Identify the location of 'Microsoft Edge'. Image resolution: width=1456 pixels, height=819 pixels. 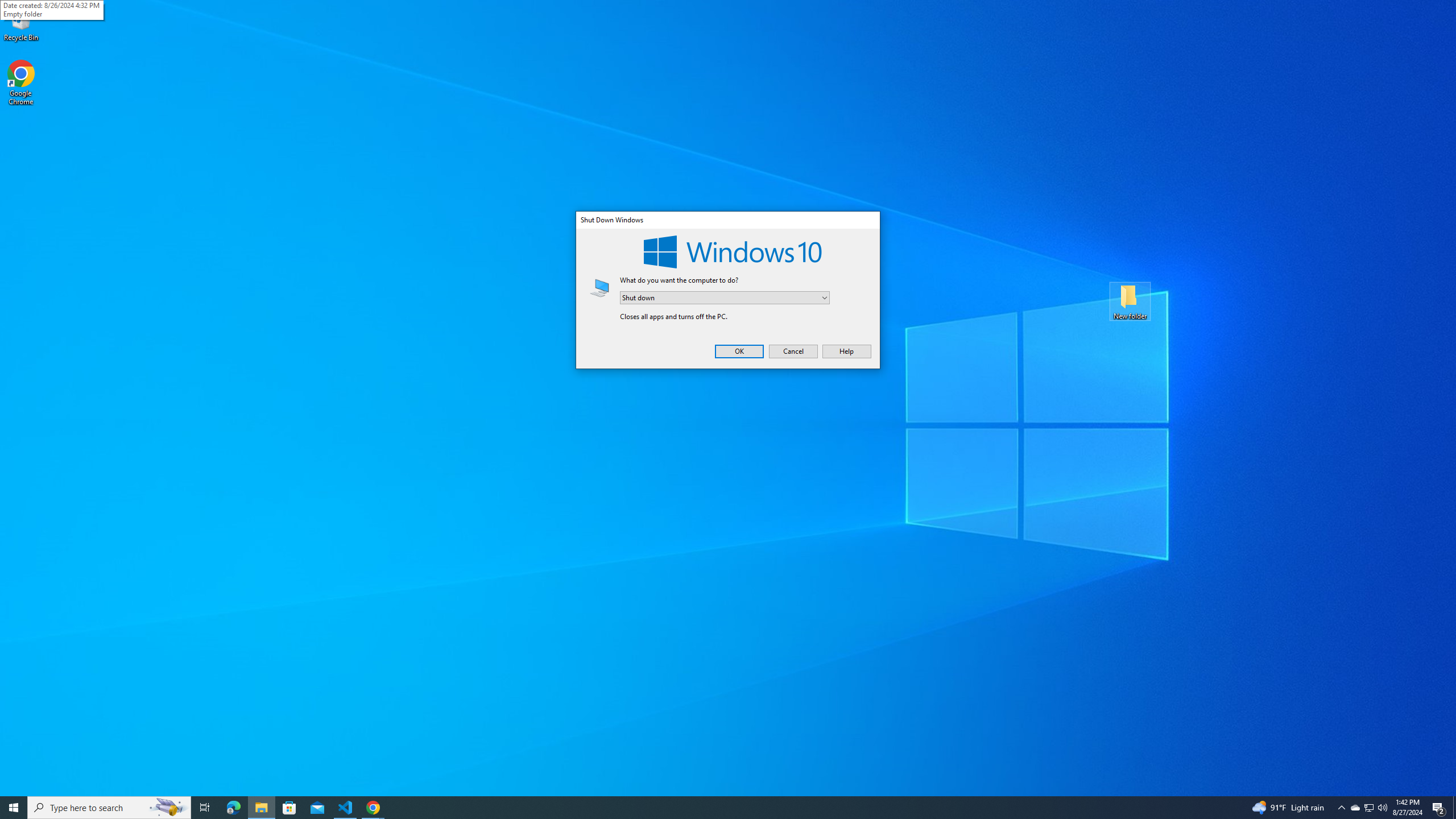
(233, 806).